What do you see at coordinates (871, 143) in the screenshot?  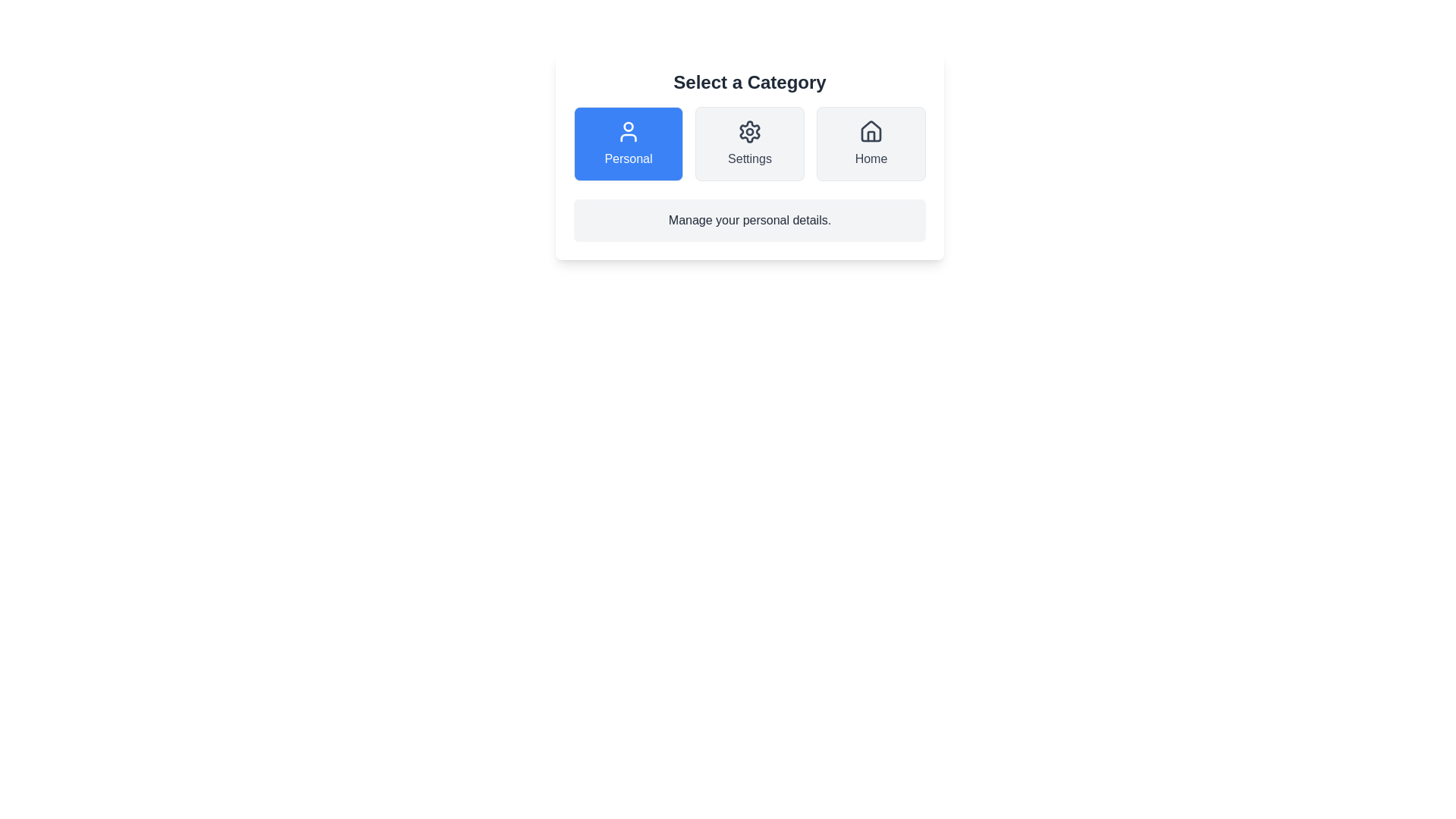 I see `the Home button to select the corresponding category` at bounding box center [871, 143].